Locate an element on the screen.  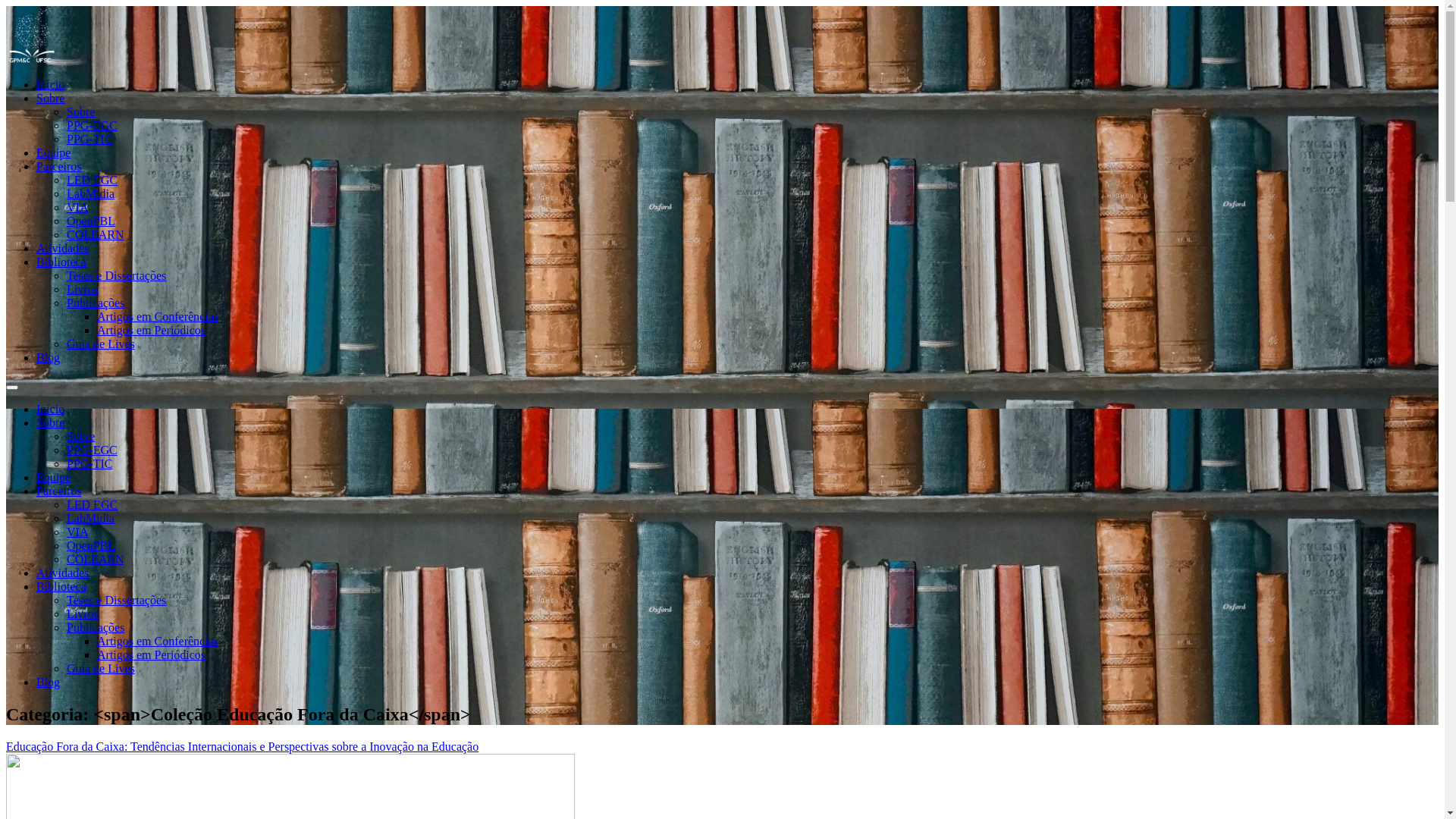
'Sobre' is located at coordinates (50, 98).